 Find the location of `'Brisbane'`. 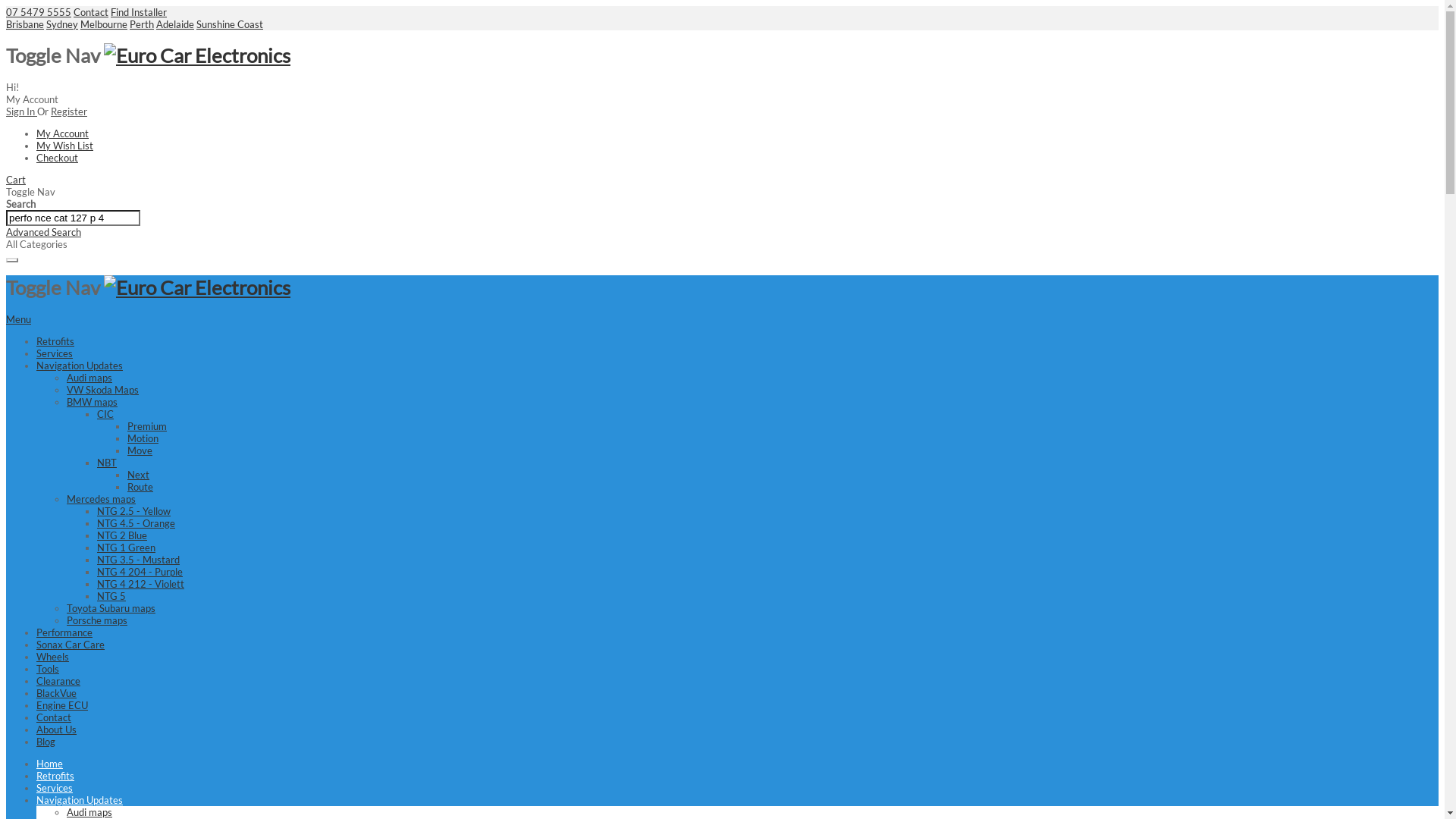

'Brisbane' is located at coordinates (25, 24).